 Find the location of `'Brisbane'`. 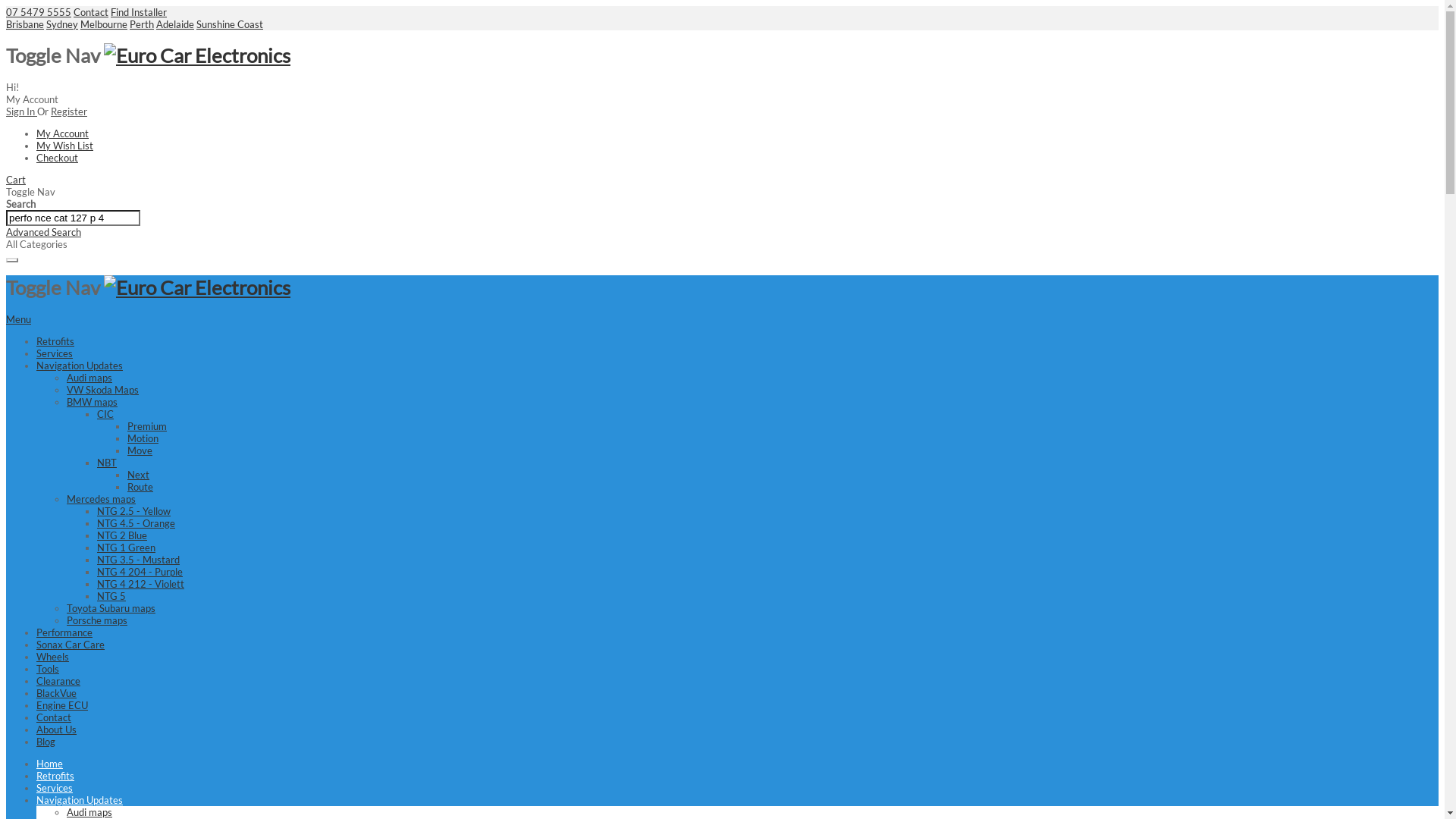

'Brisbane' is located at coordinates (25, 24).